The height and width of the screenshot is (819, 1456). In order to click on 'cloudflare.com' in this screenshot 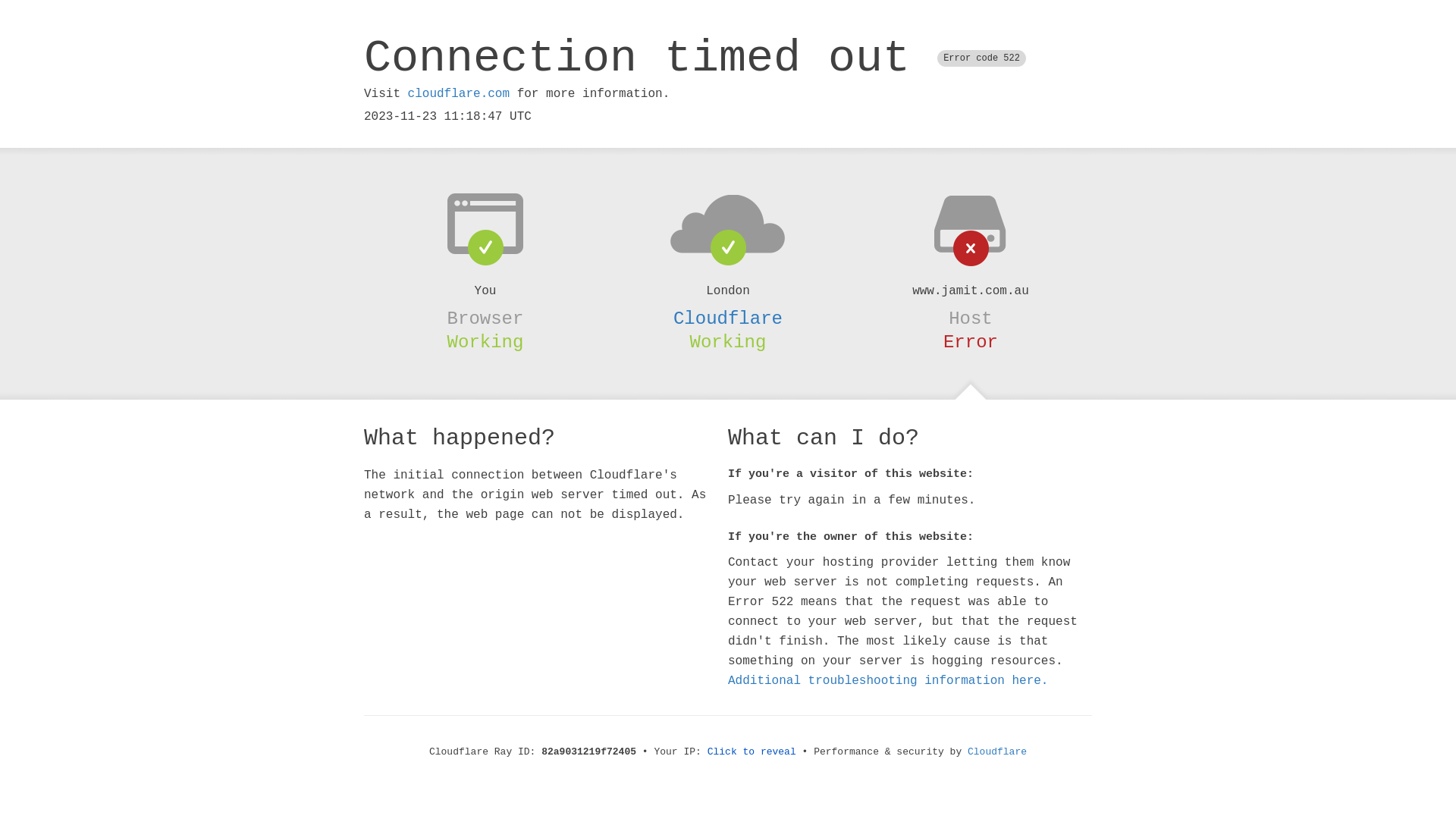, I will do `click(457, 93)`.